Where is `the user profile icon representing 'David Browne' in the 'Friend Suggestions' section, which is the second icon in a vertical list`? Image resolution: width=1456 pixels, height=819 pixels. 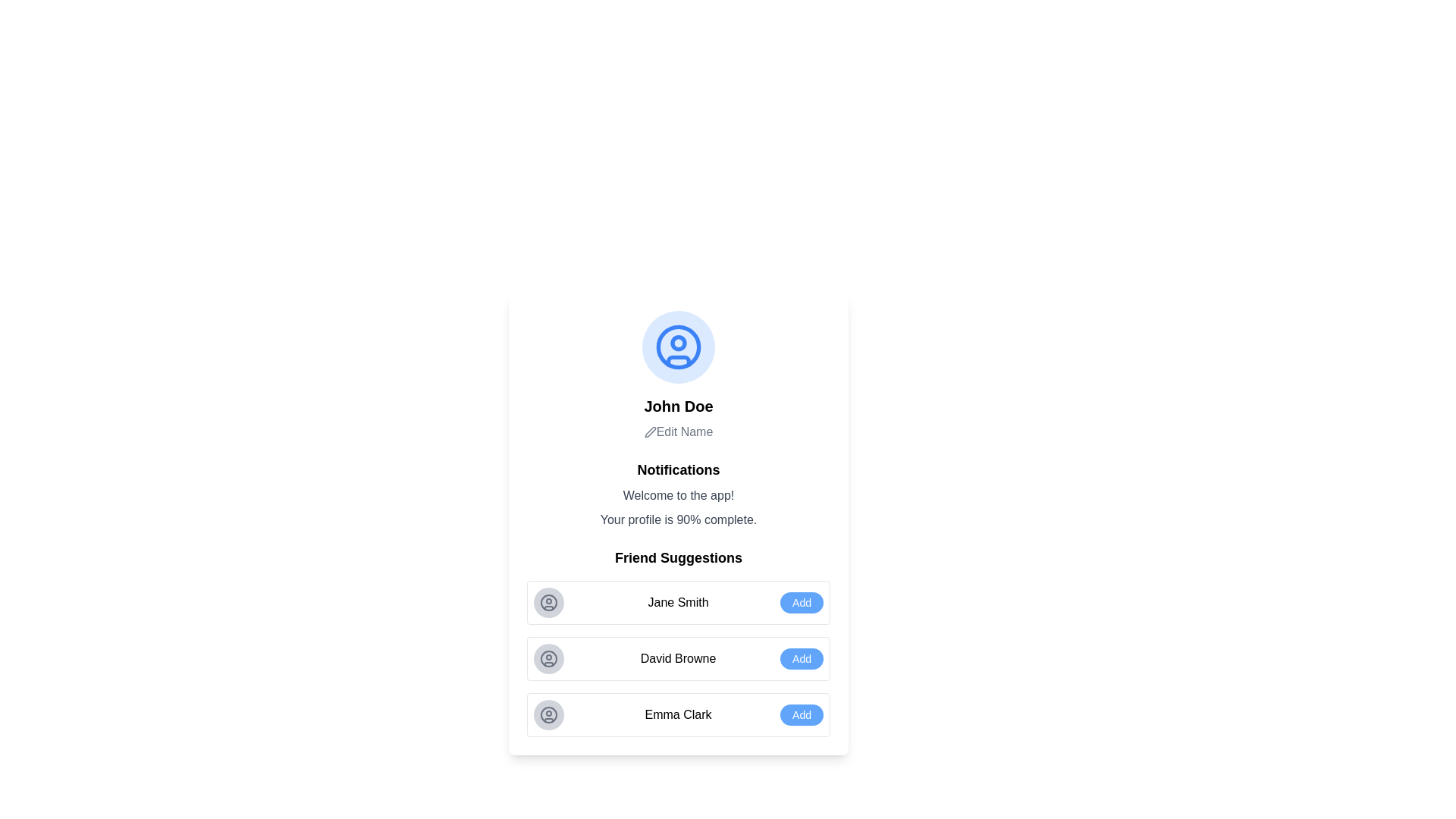
the user profile icon representing 'David Browne' in the 'Friend Suggestions' section, which is the second icon in a vertical list is located at coordinates (548, 657).